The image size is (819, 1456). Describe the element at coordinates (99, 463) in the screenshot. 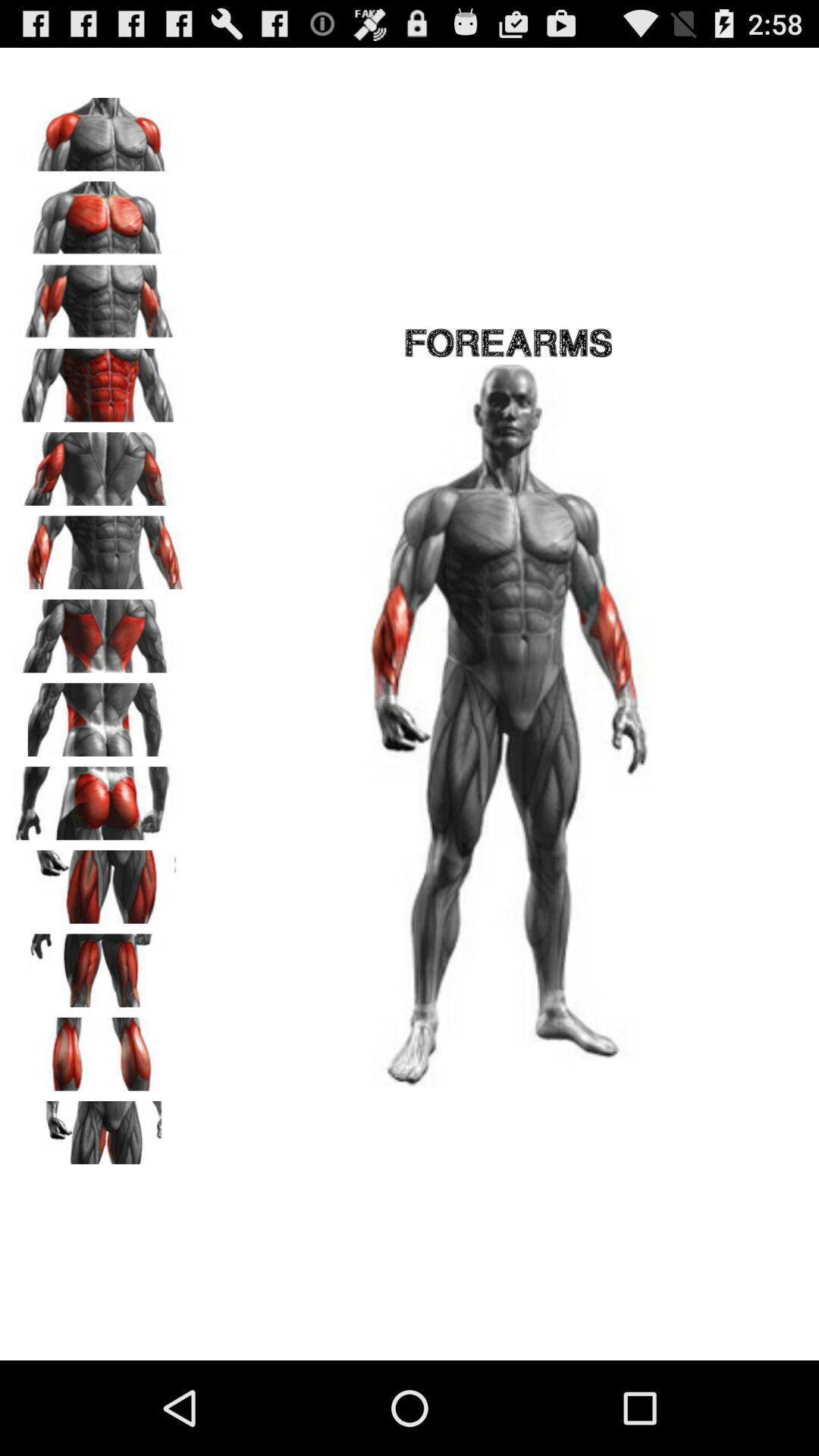

I see `tricep muscles` at that location.